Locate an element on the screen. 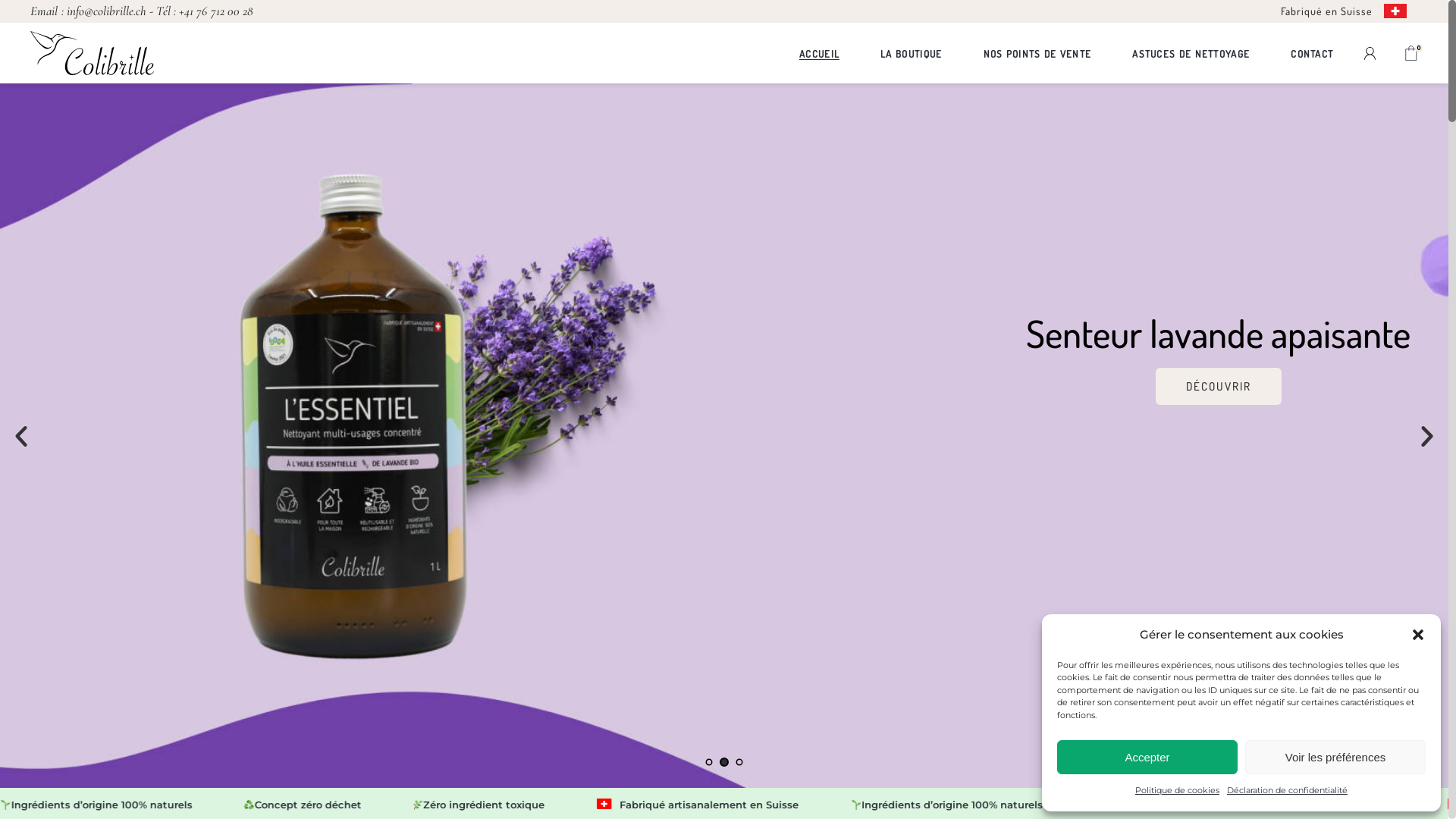  'ASTUCES DE NETTOYAGE' is located at coordinates (1190, 52).